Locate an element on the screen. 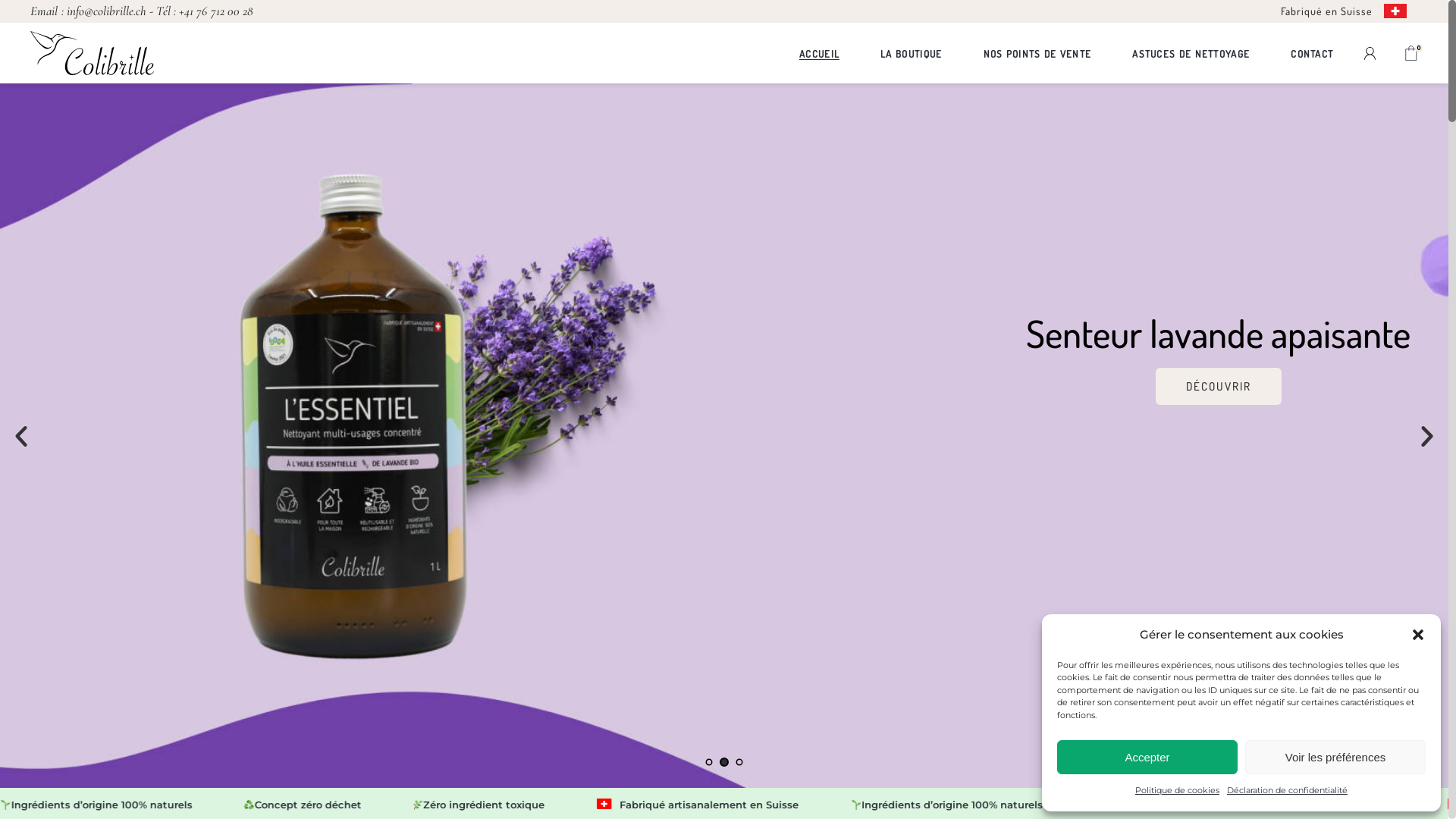  'ASTUCES DE NETTOYAGE' is located at coordinates (1190, 52).